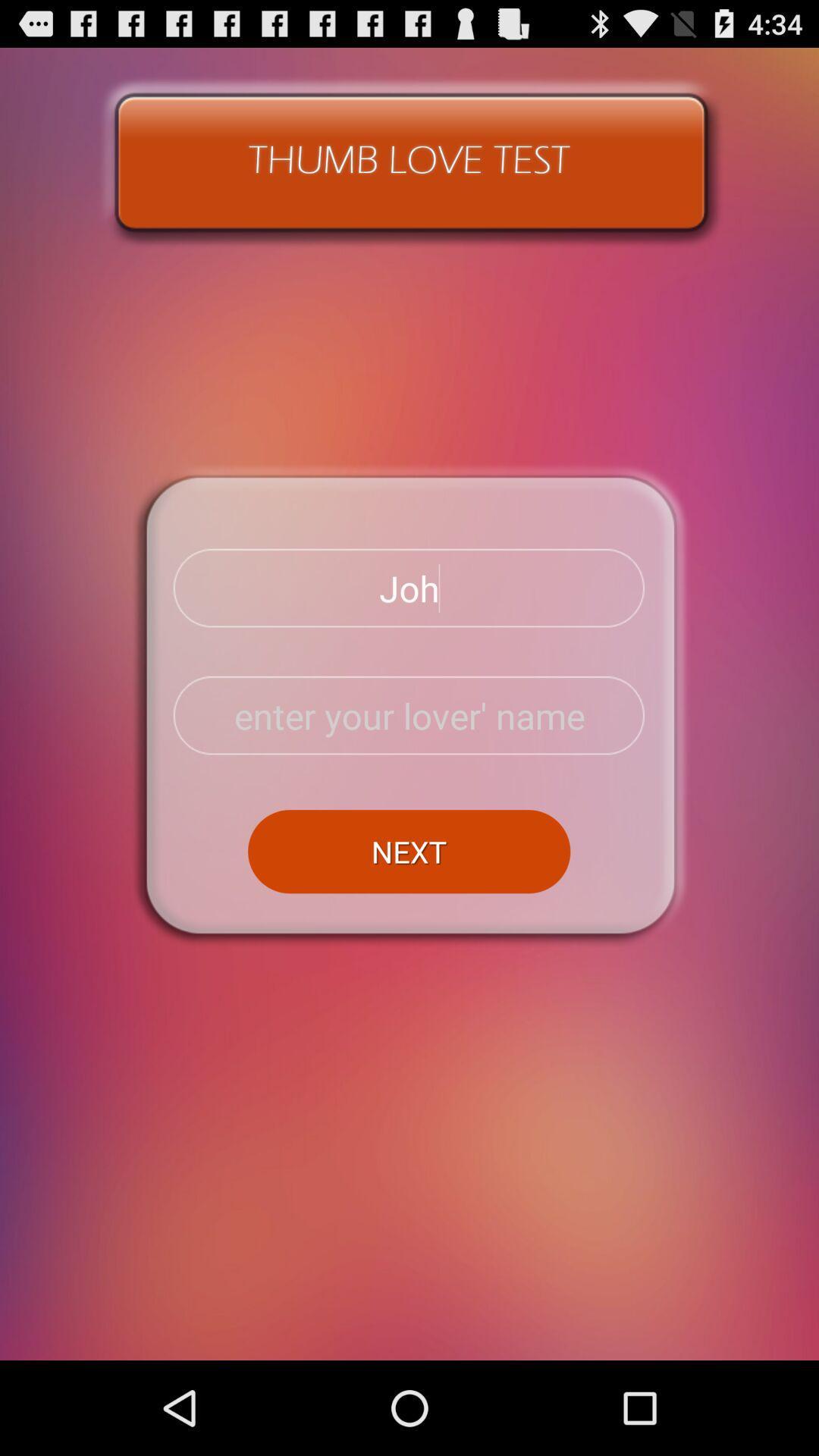 This screenshot has height=1456, width=819. Describe the element at coordinates (409, 715) in the screenshot. I see `name button` at that location.